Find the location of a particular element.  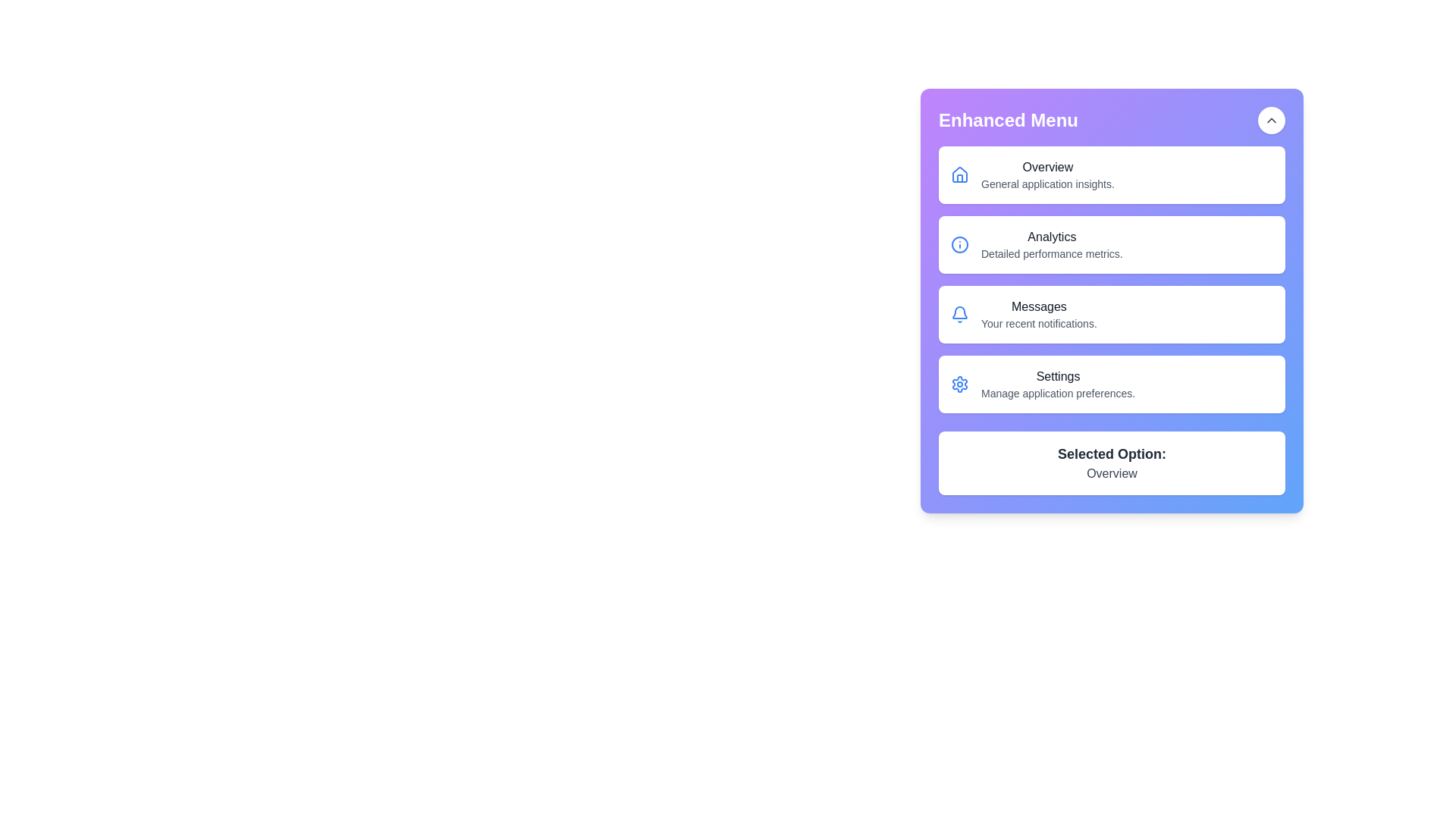

the blue house-shaped icon, which is the leading icon of the first row in the menu component is located at coordinates (959, 174).